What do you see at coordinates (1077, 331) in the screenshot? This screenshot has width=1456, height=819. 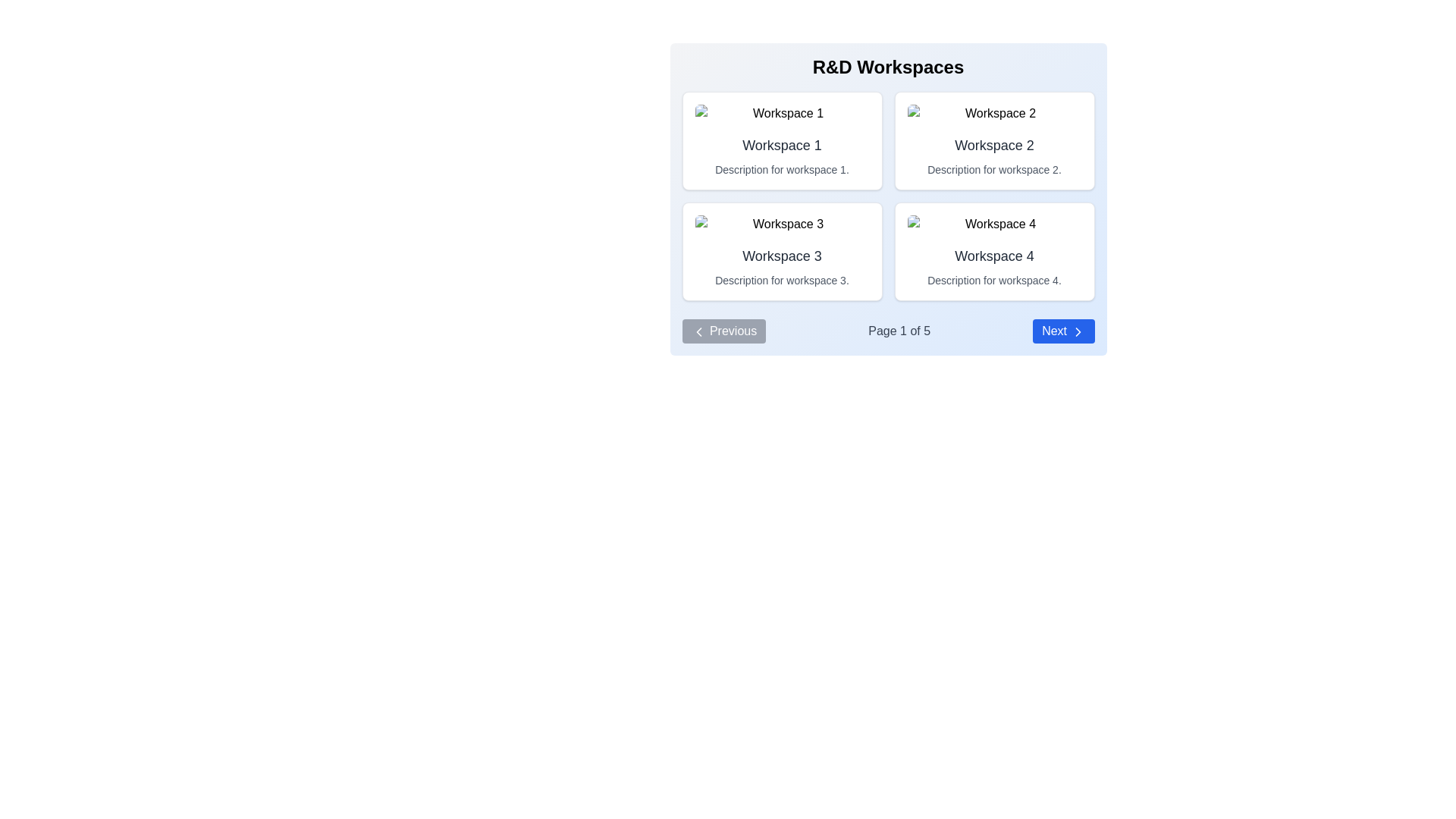 I see `the small right-pointing chevron icon displayed in white on a blue background, located inside the blue 'Next' button at the bottom-right corner of the page` at bounding box center [1077, 331].